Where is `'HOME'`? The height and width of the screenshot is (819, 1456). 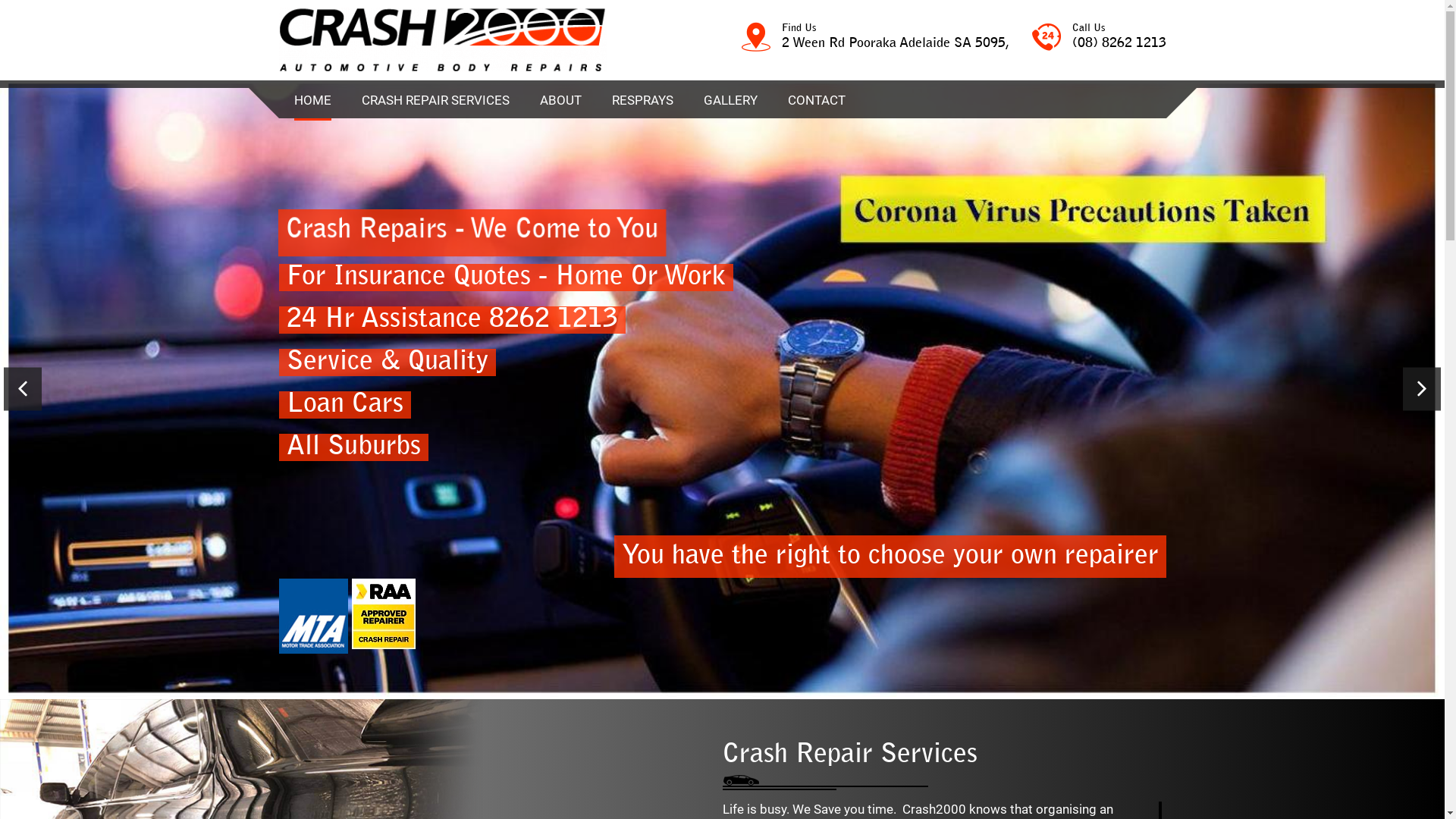 'HOME' is located at coordinates (312, 101).